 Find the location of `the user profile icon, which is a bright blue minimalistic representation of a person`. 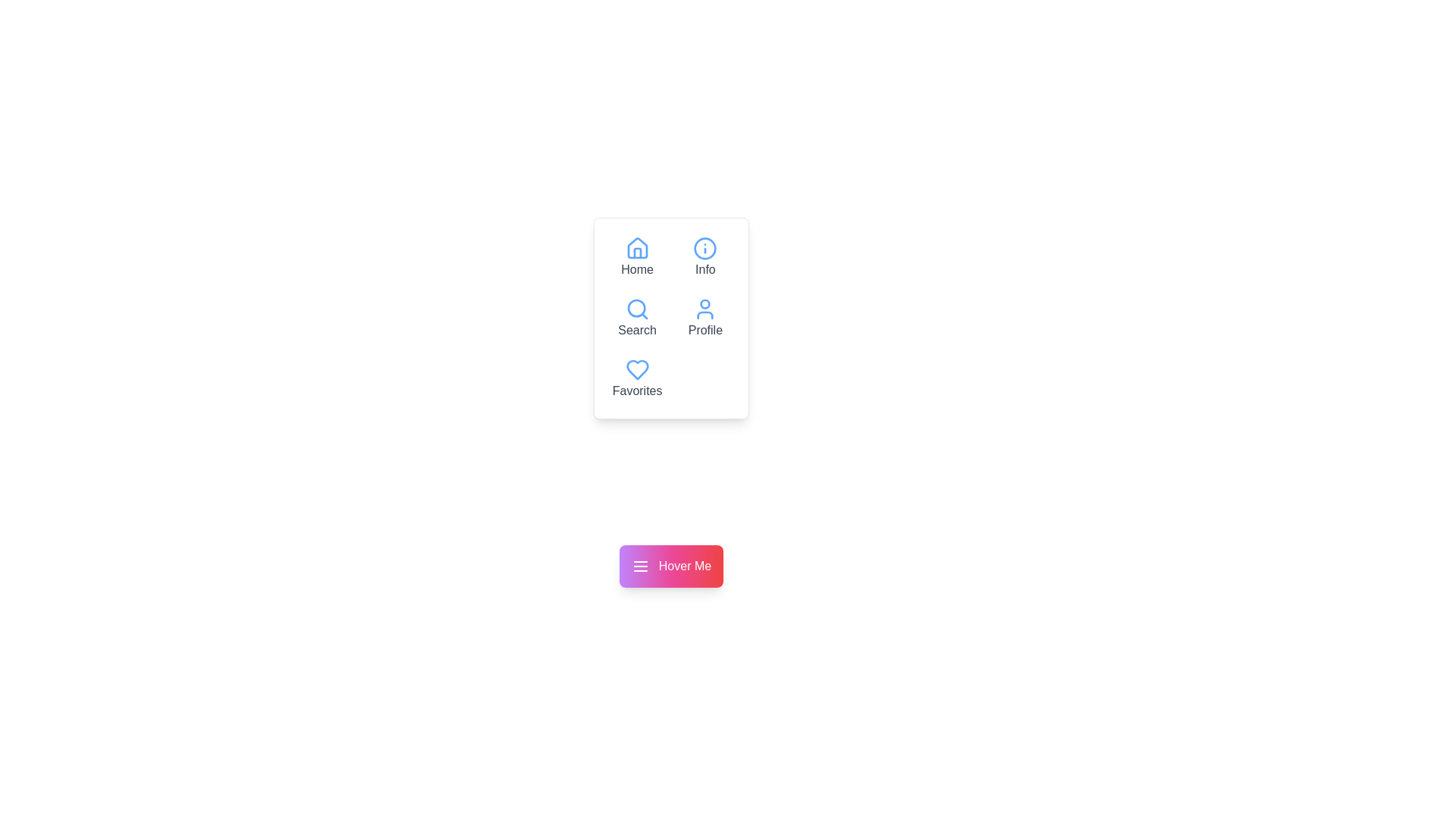

the user profile icon, which is a bright blue minimalistic representation of a person is located at coordinates (704, 309).